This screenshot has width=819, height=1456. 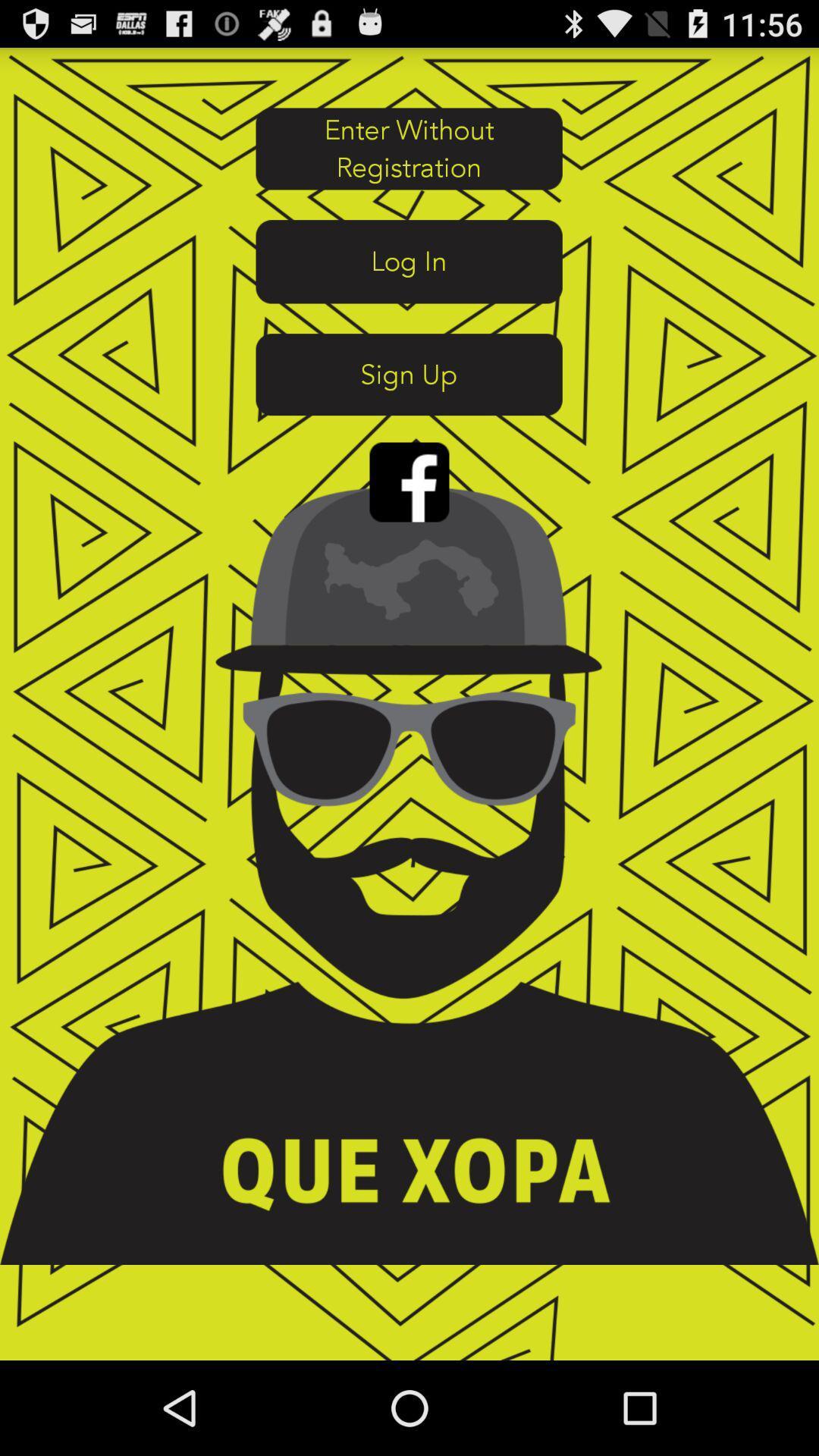 What do you see at coordinates (409, 481) in the screenshot?
I see `face book log in button` at bounding box center [409, 481].